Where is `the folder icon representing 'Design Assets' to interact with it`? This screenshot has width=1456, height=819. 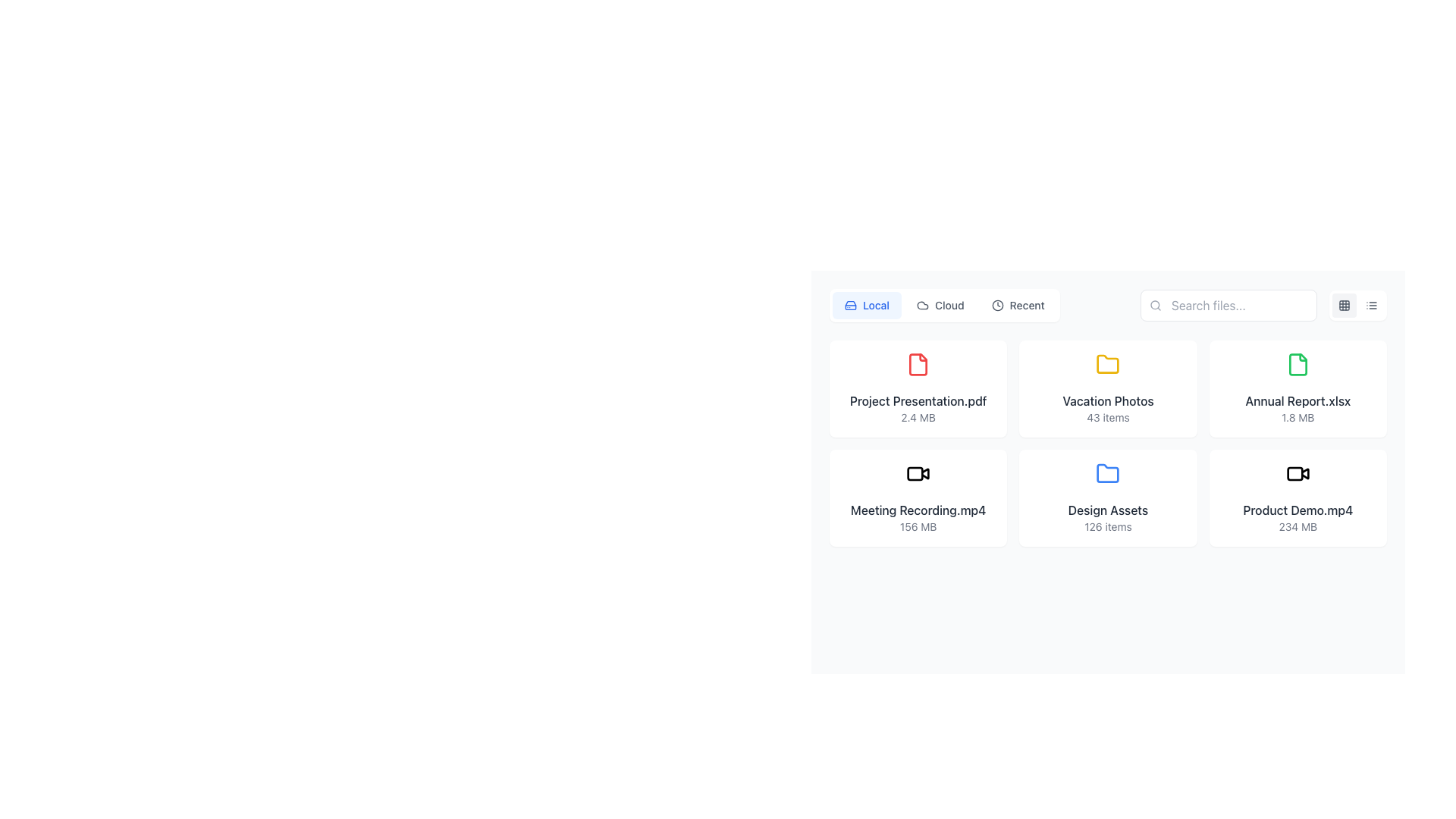
the folder icon representing 'Design Assets' to interact with it is located at coordinates (1108, 472).